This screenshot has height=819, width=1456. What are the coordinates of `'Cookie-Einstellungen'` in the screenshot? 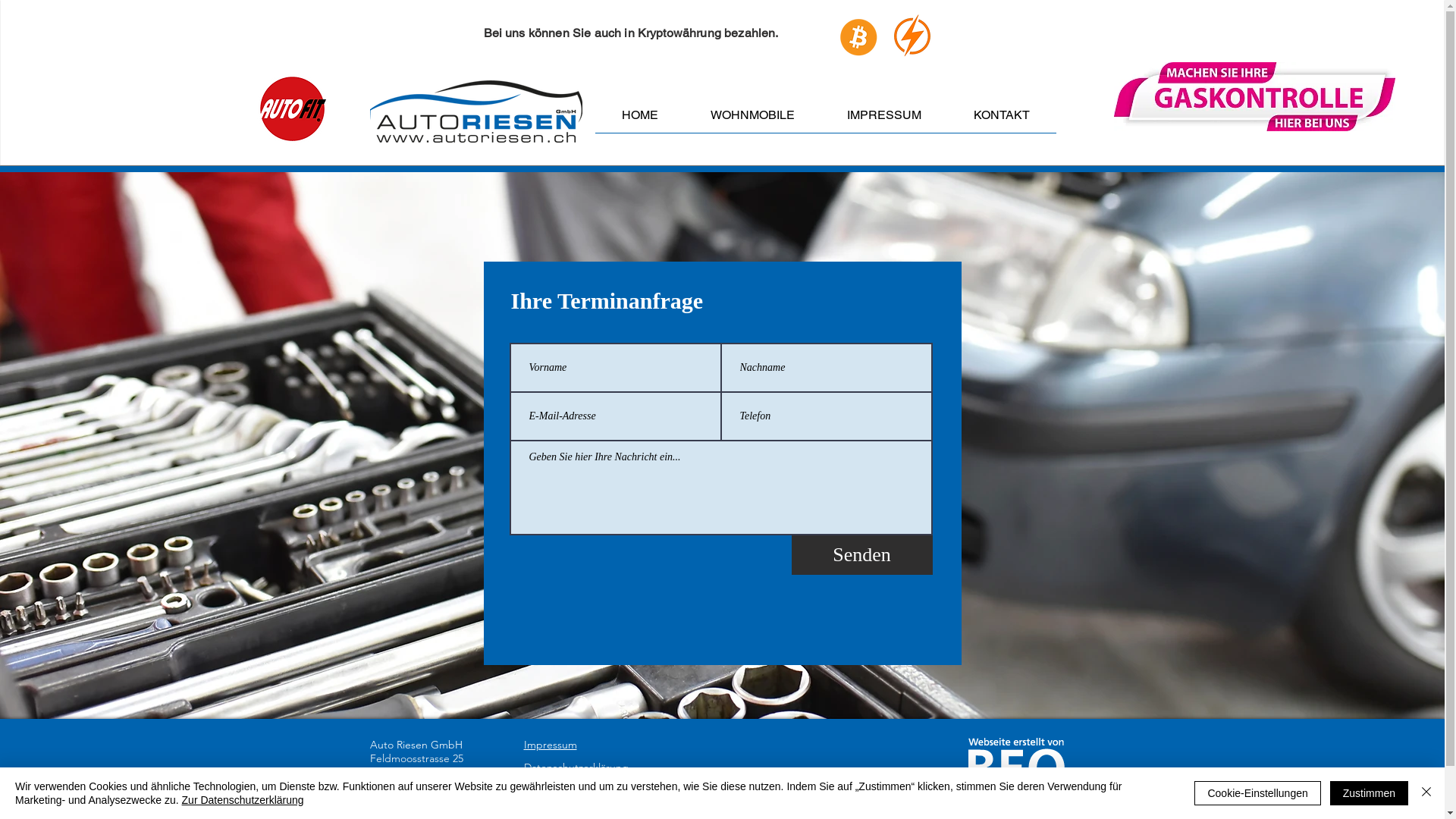 It's located at (1257, 792).